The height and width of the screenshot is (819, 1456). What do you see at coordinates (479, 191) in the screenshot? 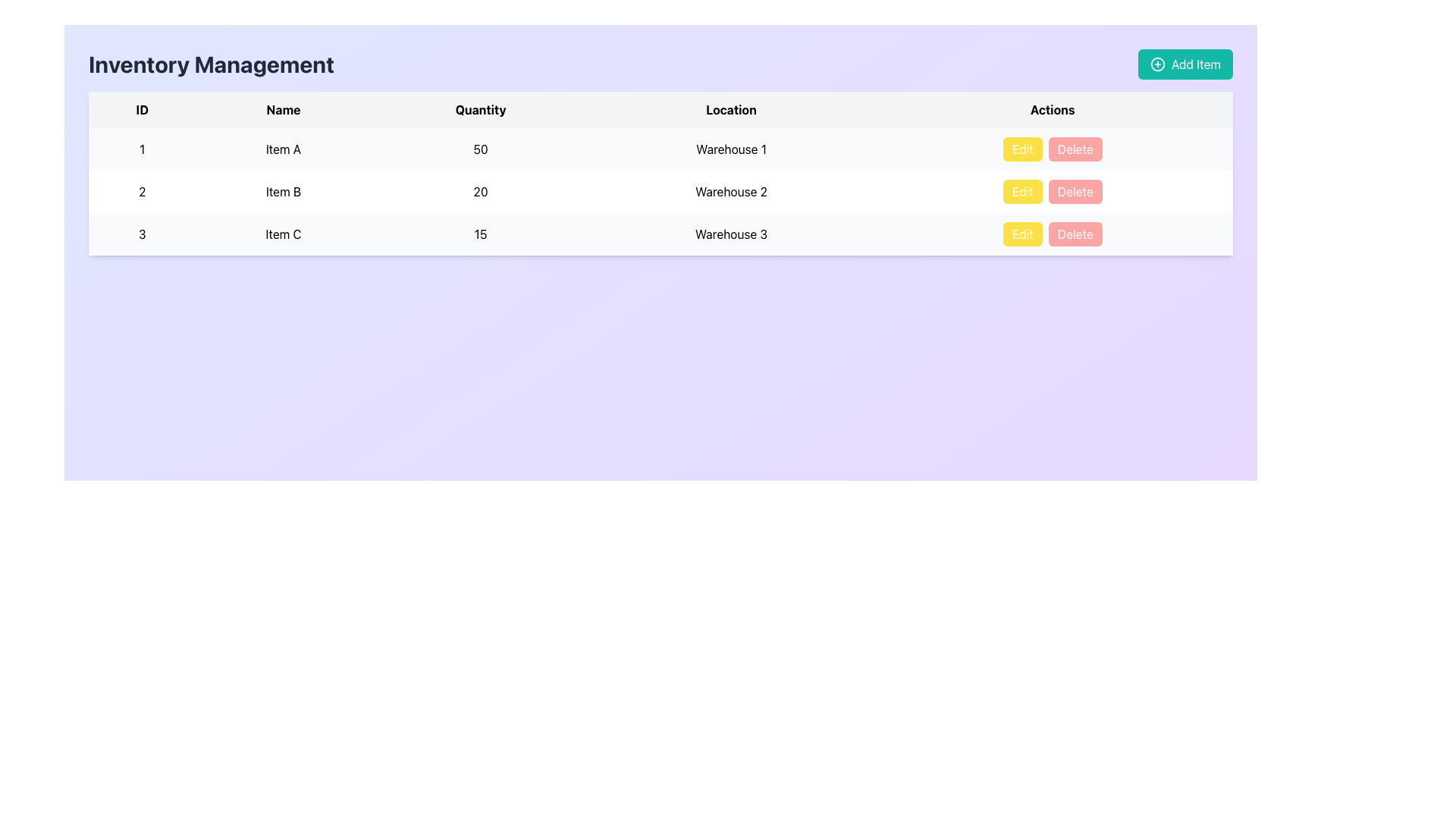
I see `the centered number '20' in the 'Quantity' column of the table, which represents the quantity for 'Item B'` at bounding box center [479, 191].